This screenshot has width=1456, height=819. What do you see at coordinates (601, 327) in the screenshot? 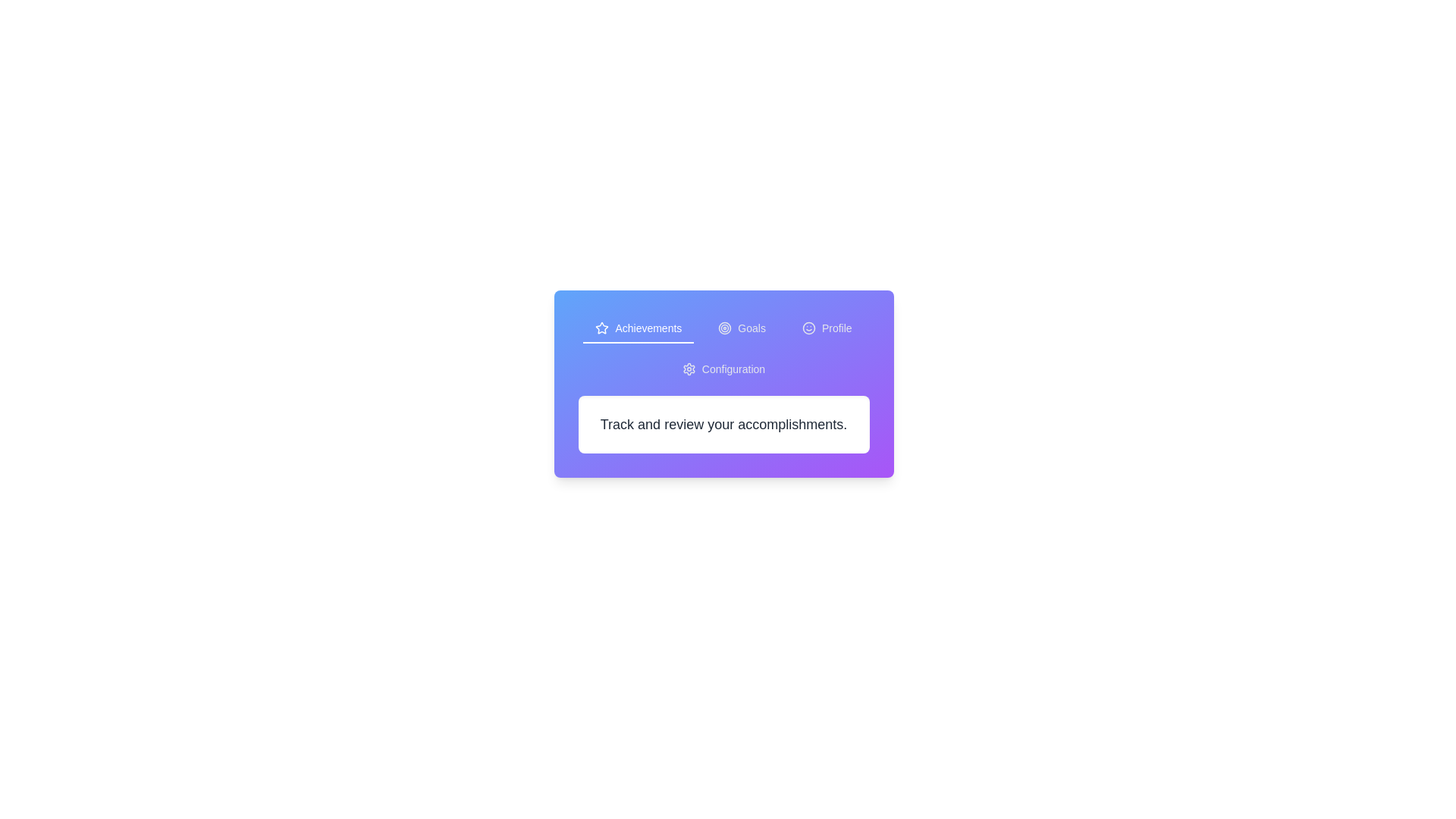
I see `the icon associated with the Achievements tab to verify its functionality` at bounding box center [601, 327].